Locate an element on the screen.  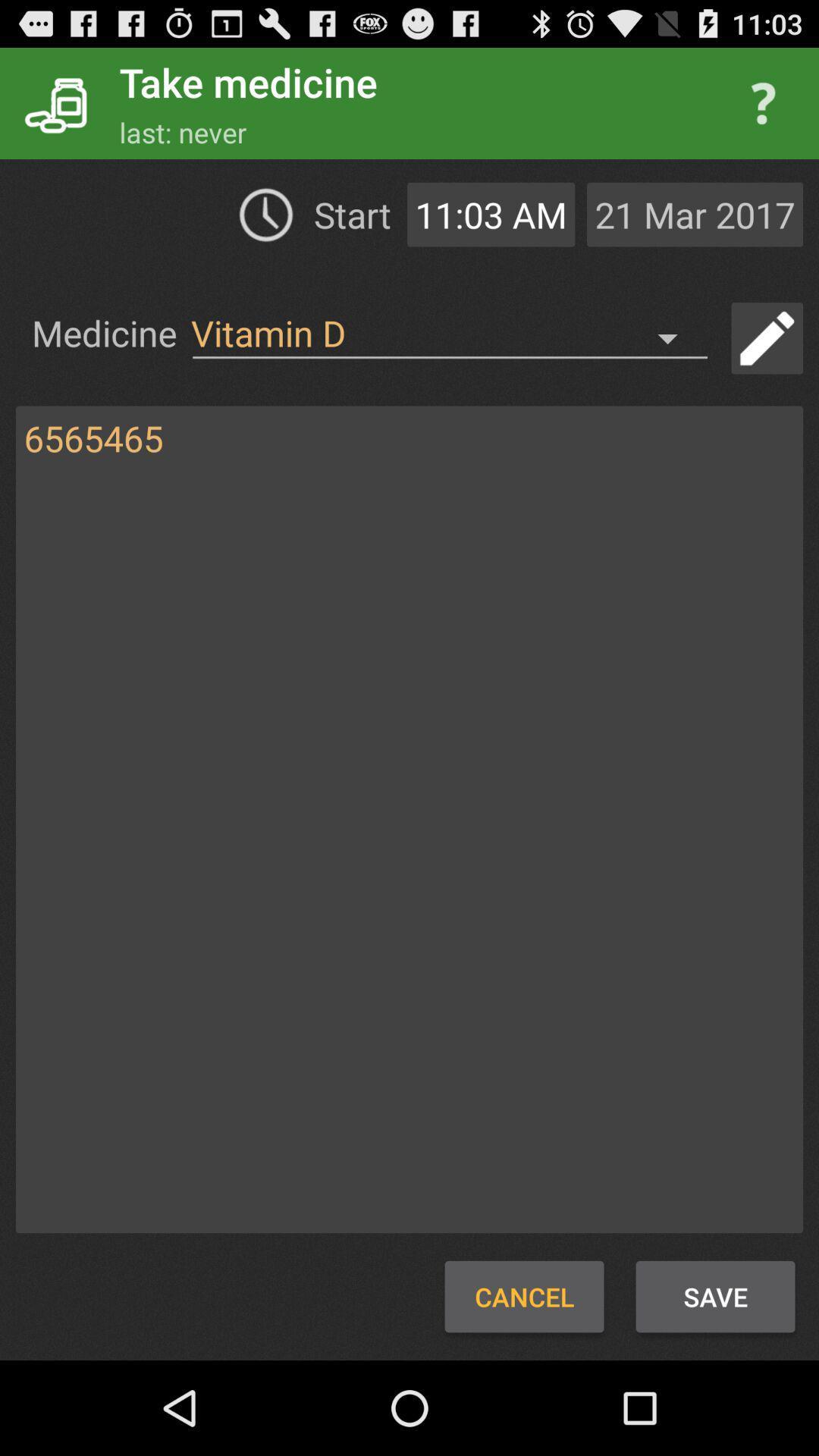
help is located at coordinates (763, 102).